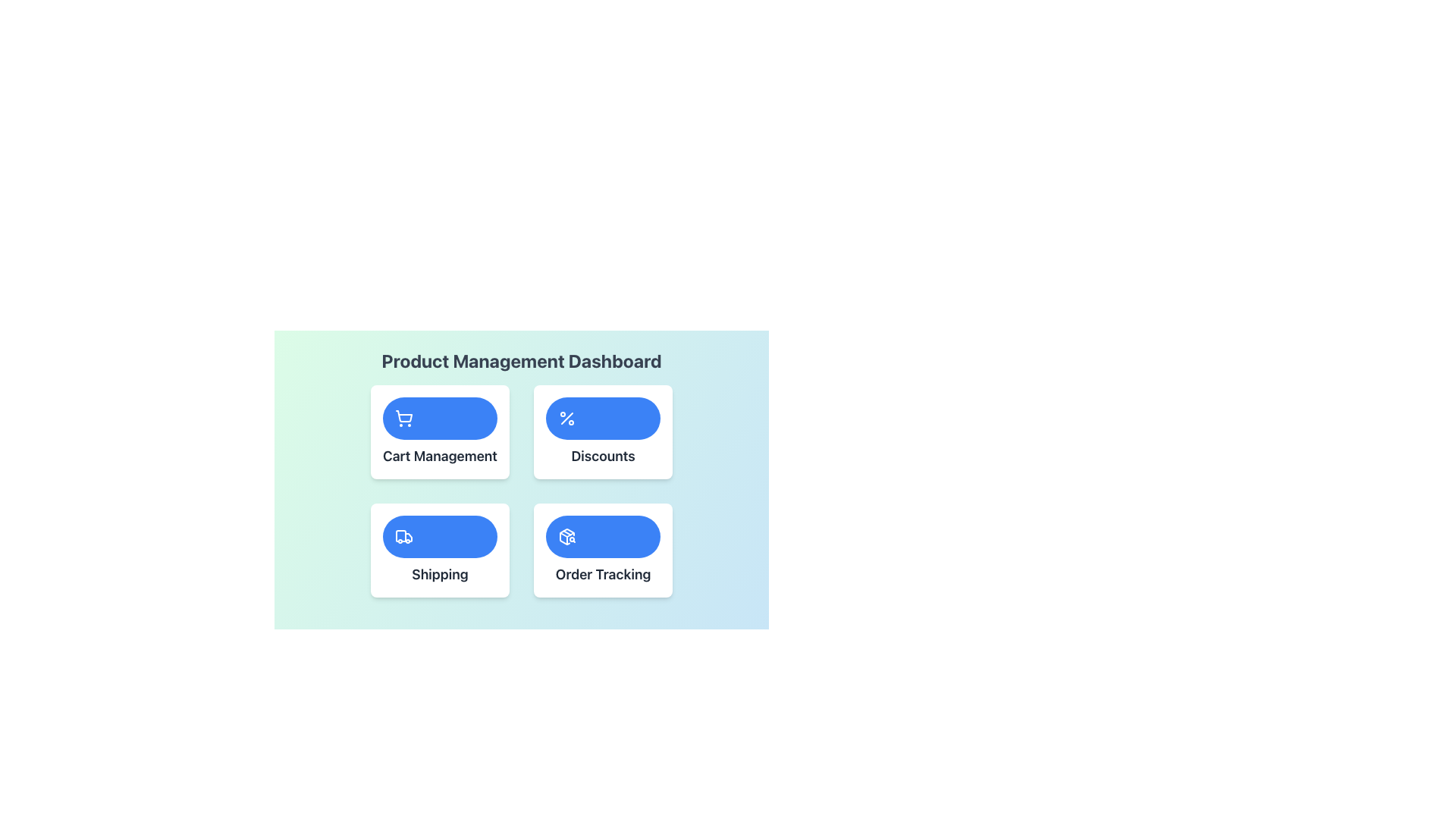  Describe the element at coordinates (566, 536) in the screenshot. I see `the 'Order Tracking' icon, which is a sole graphical icon in a rounded blue circular background located in the bottom-right of a 2x2 grid layout` at that location.